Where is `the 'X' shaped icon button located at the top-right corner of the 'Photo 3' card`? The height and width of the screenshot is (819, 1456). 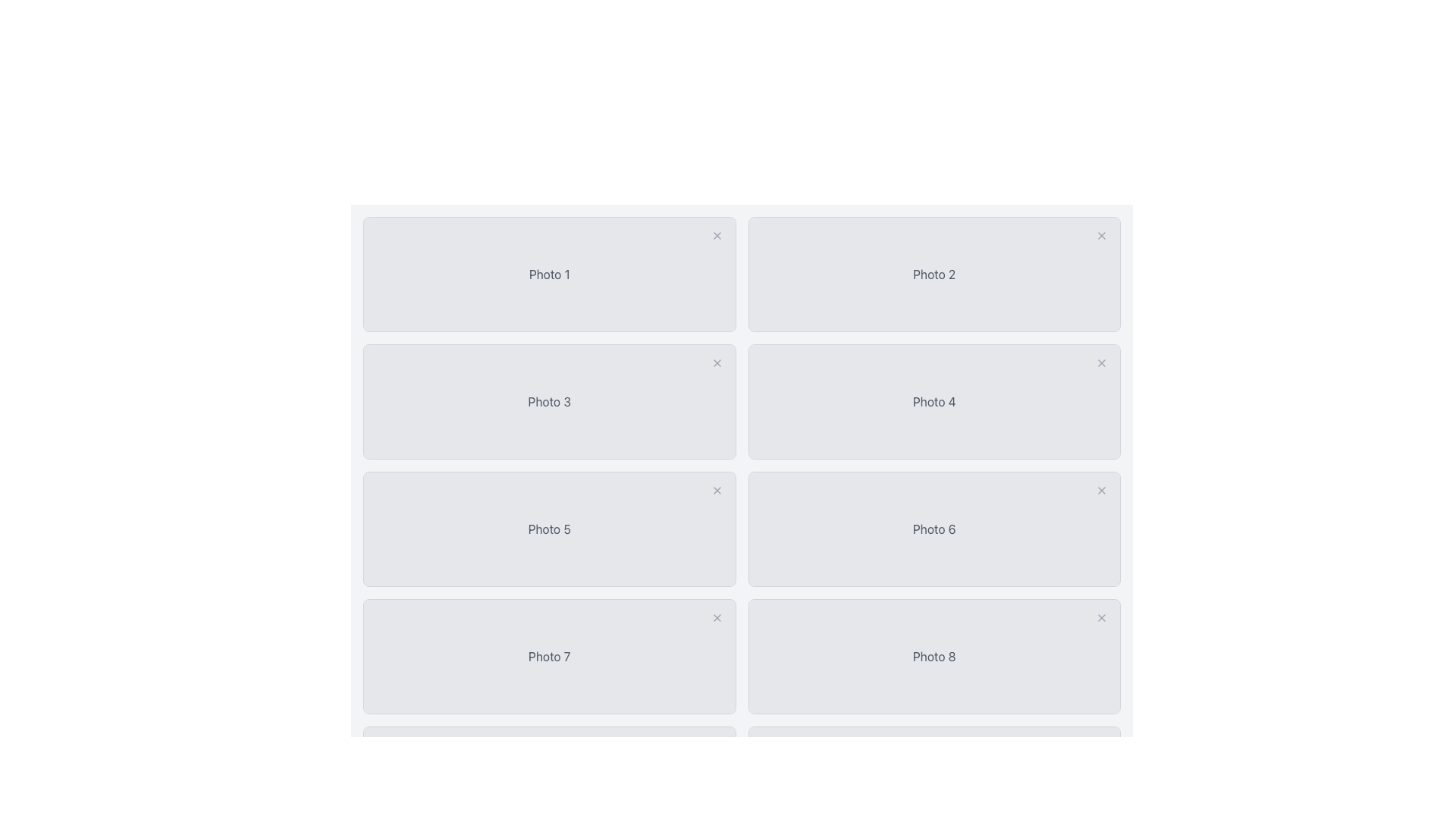 the 'X' shaped icon button located at the top-right corner of the 'Photo 3' card is located at coordinates (716, 362).